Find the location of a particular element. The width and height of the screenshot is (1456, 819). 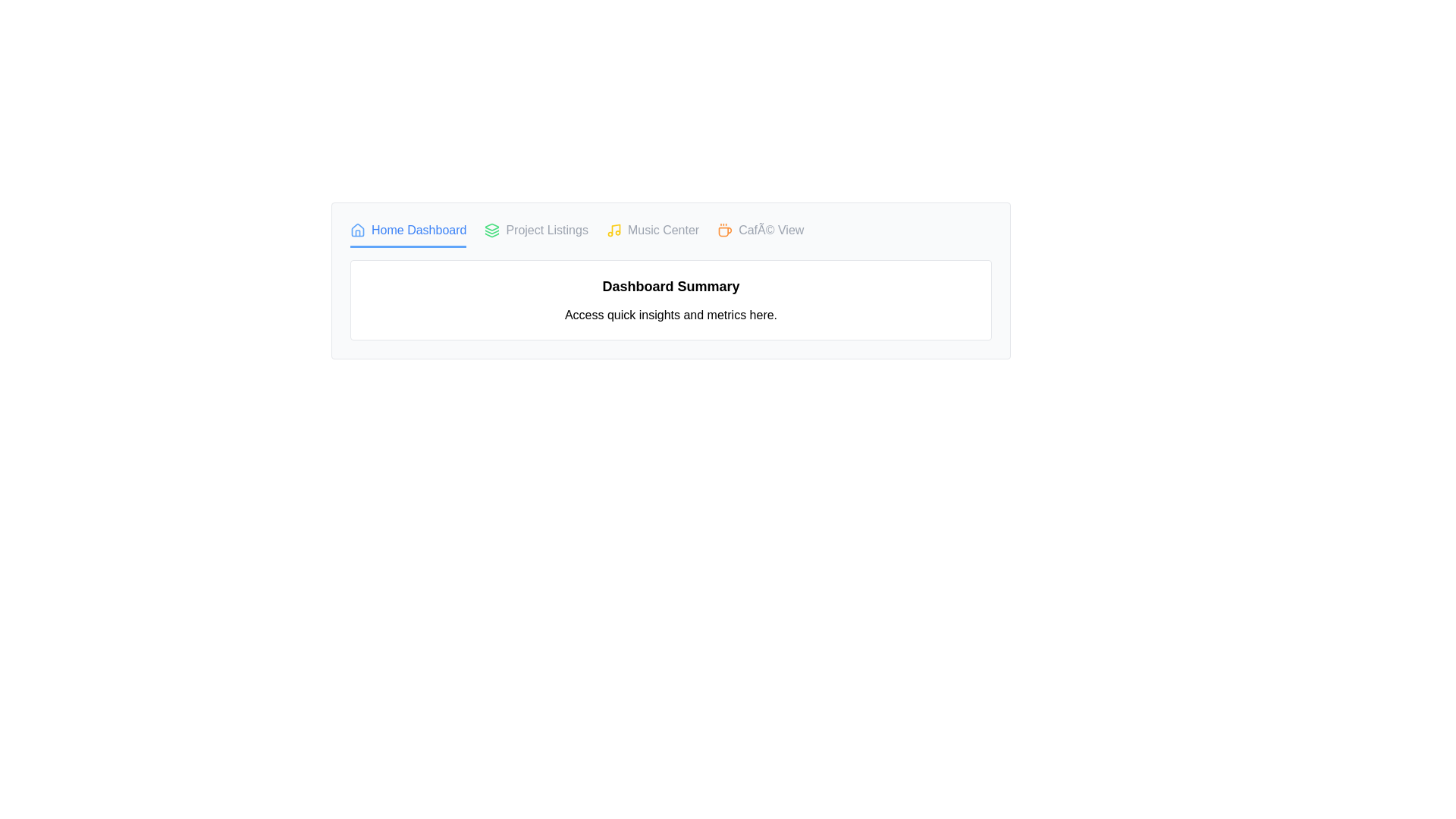

the 'Café View' text label in the upper navigation menu, located to the right of 'Music Center' is located at coordinates (771, 231).